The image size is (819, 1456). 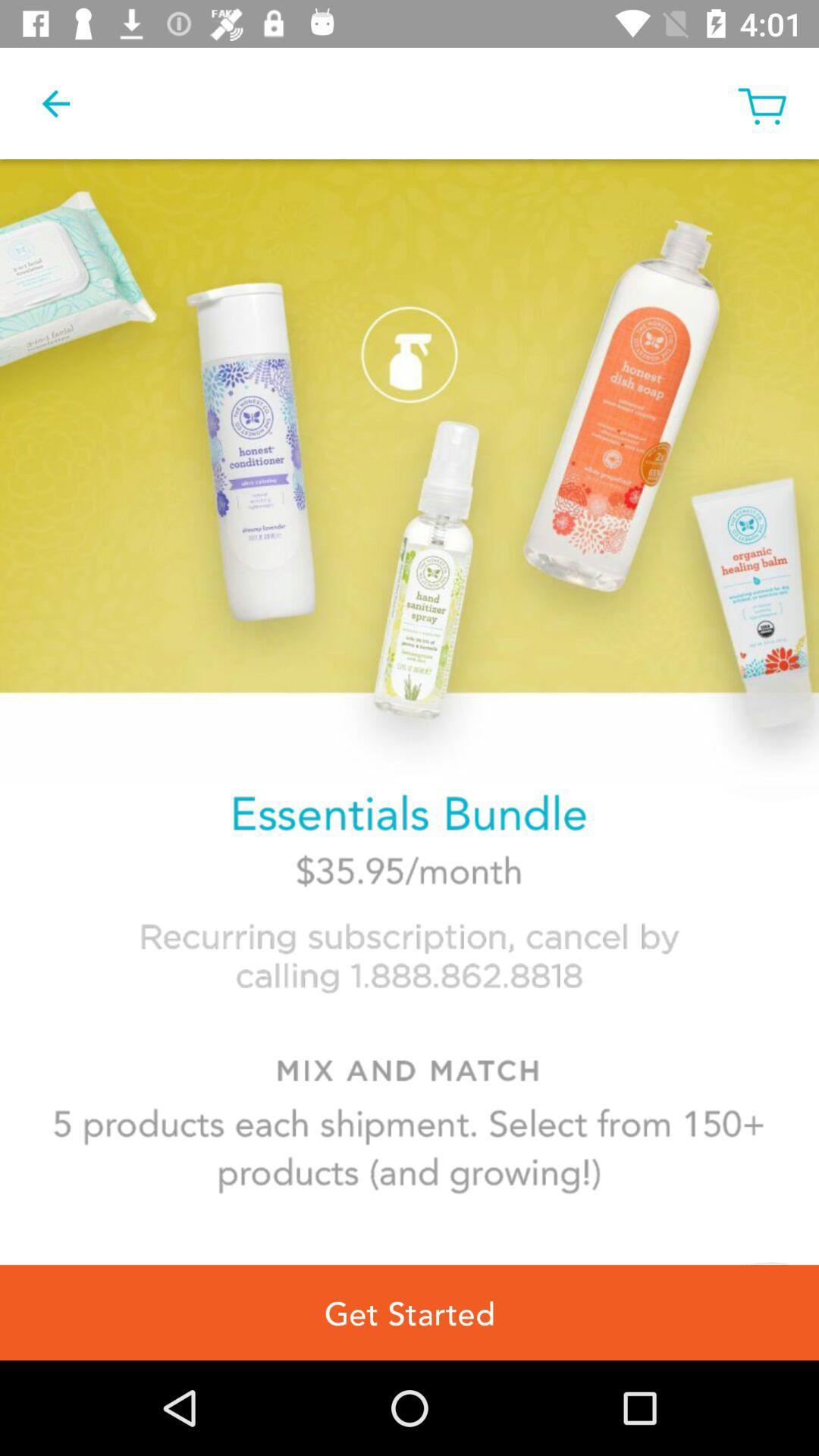 What do you see at coordinates (409, 1312) in the screenshot?
I see `the get started` at bounding box center [409, 1312].